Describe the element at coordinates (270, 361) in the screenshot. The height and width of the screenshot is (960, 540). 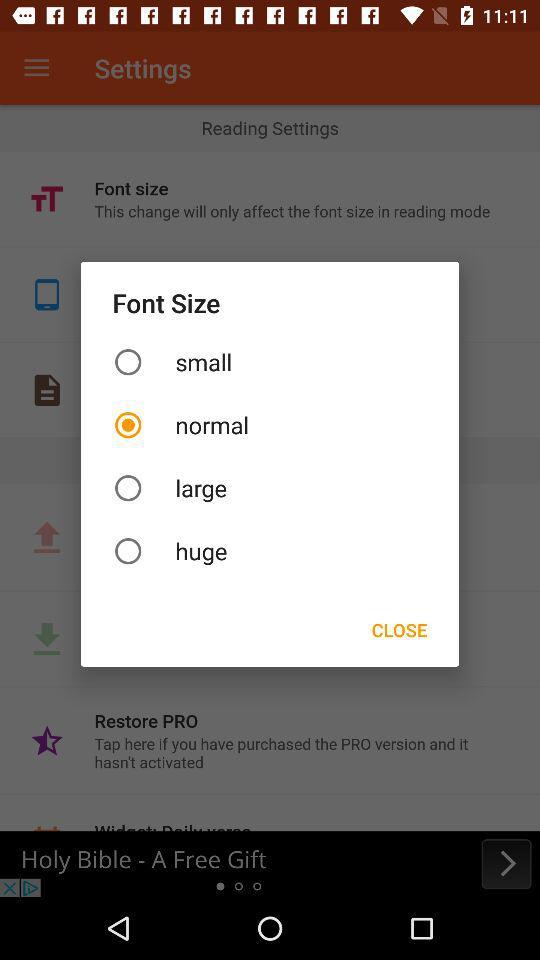
I see `item above the normal item` at that location.